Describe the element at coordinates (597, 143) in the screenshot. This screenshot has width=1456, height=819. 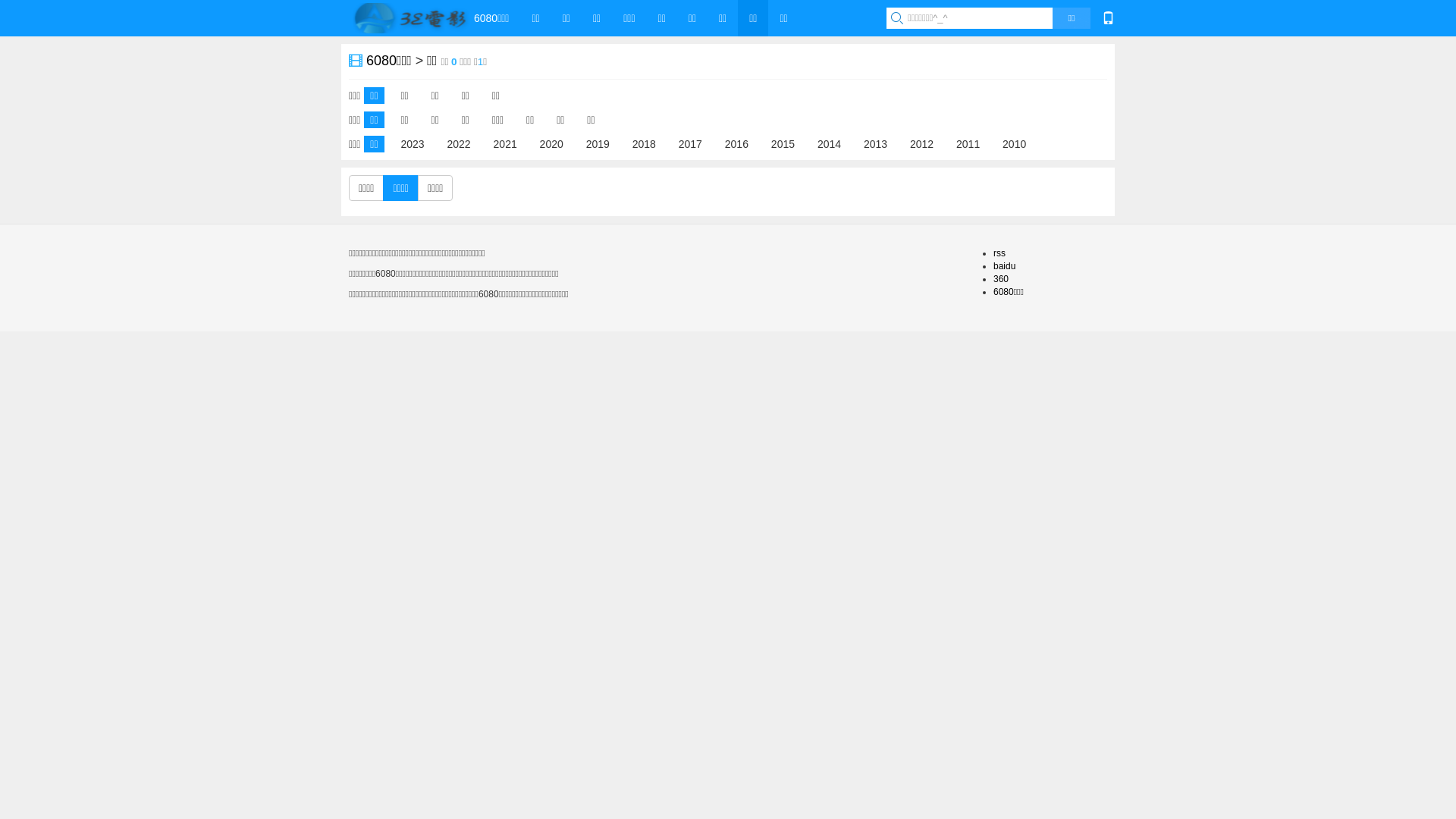
I see `'2019'` at that location.